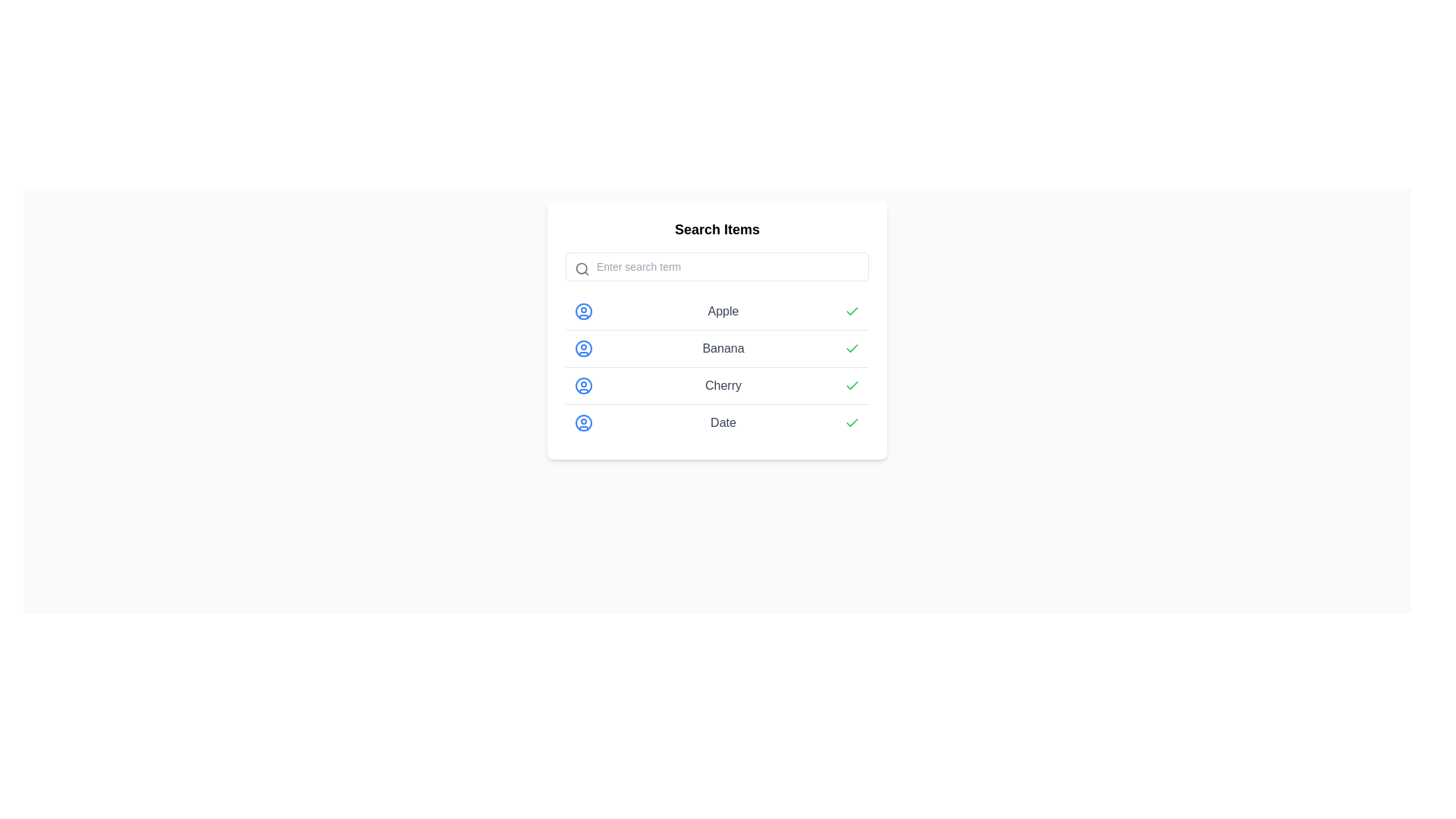 The image size is (1456, 819). What do you see at coordinates (582, 311) in the screenshot?
I see `the first icon representing 'Apple'` at bounding box center [582, 311].